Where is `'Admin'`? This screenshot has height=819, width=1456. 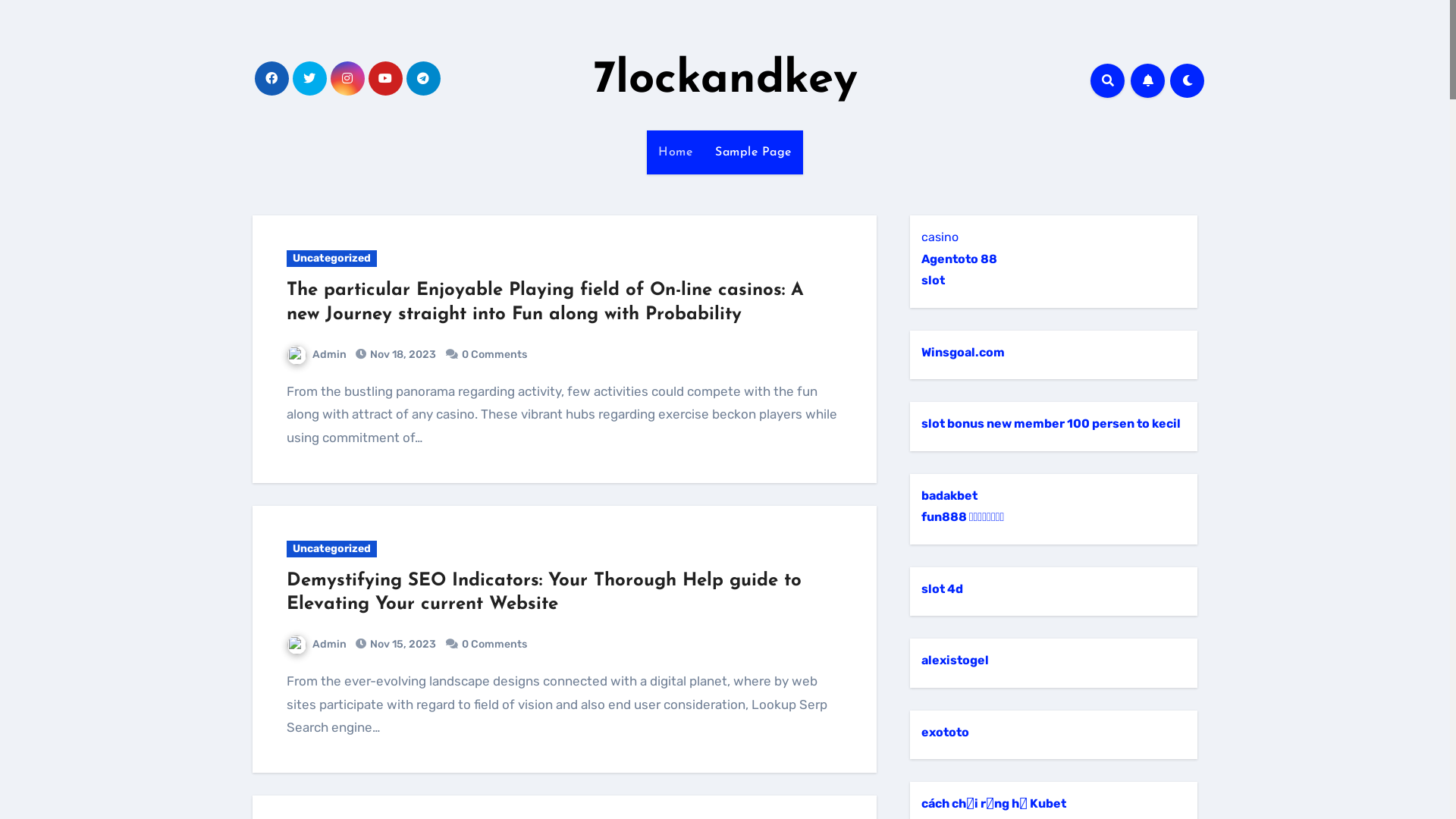
'Admin' is located at coordinates (315, 354).